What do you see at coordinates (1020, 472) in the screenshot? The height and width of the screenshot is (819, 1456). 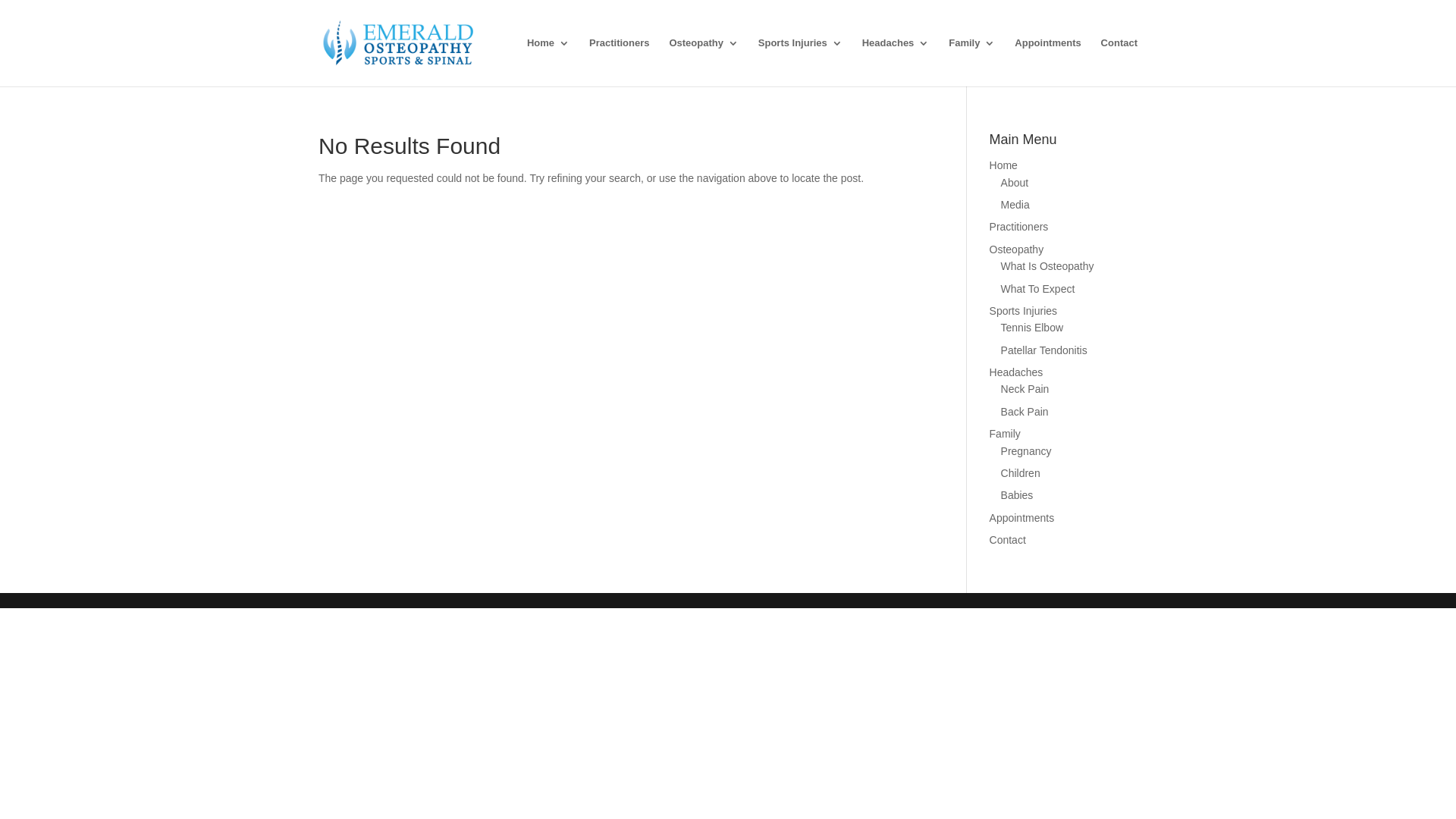 I see `'Children'` at bounding box center [1020, 472].